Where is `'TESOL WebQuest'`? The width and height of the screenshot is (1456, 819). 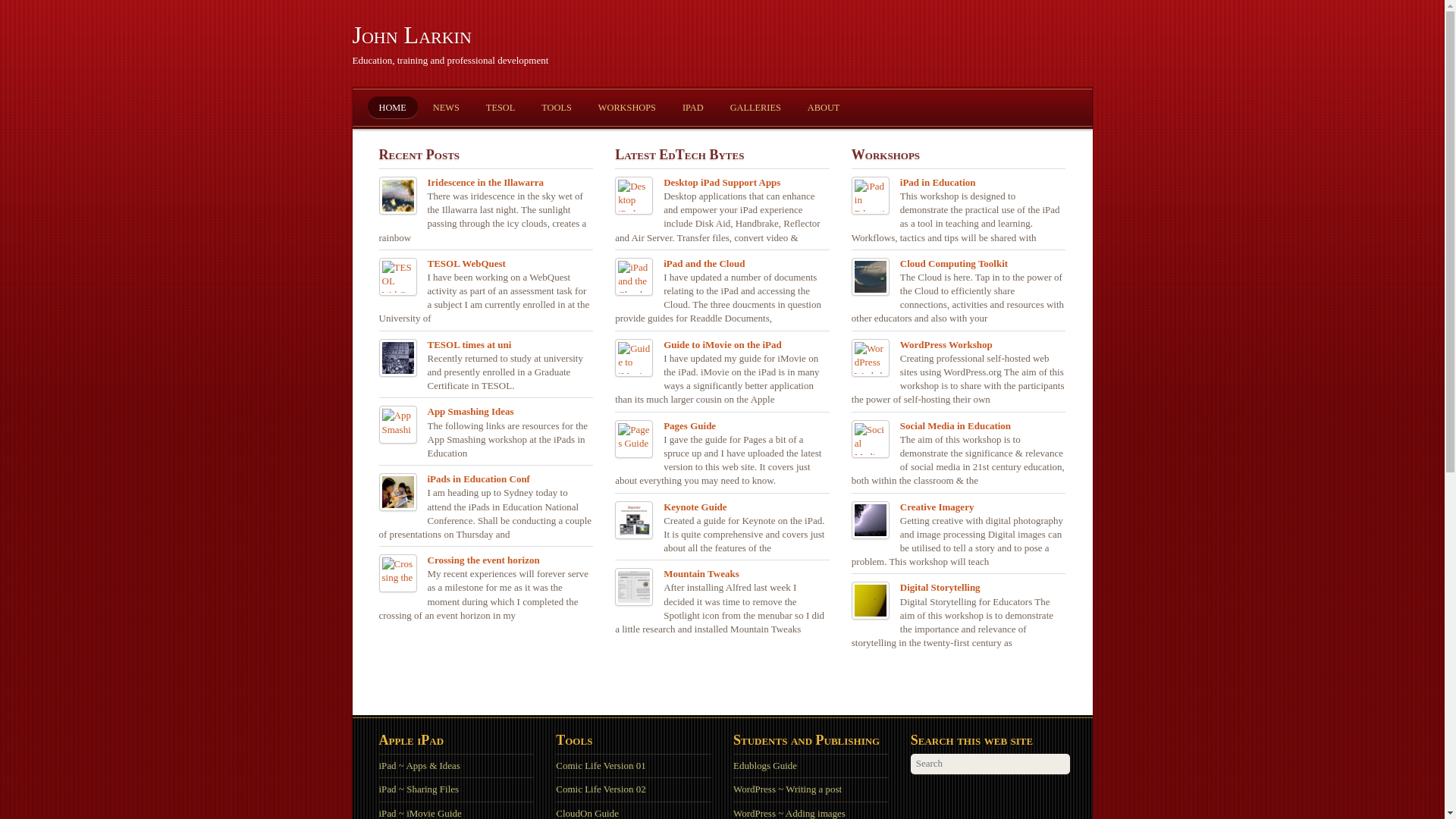
'TESOL WebQuest' is located at coordinates (466, 262).